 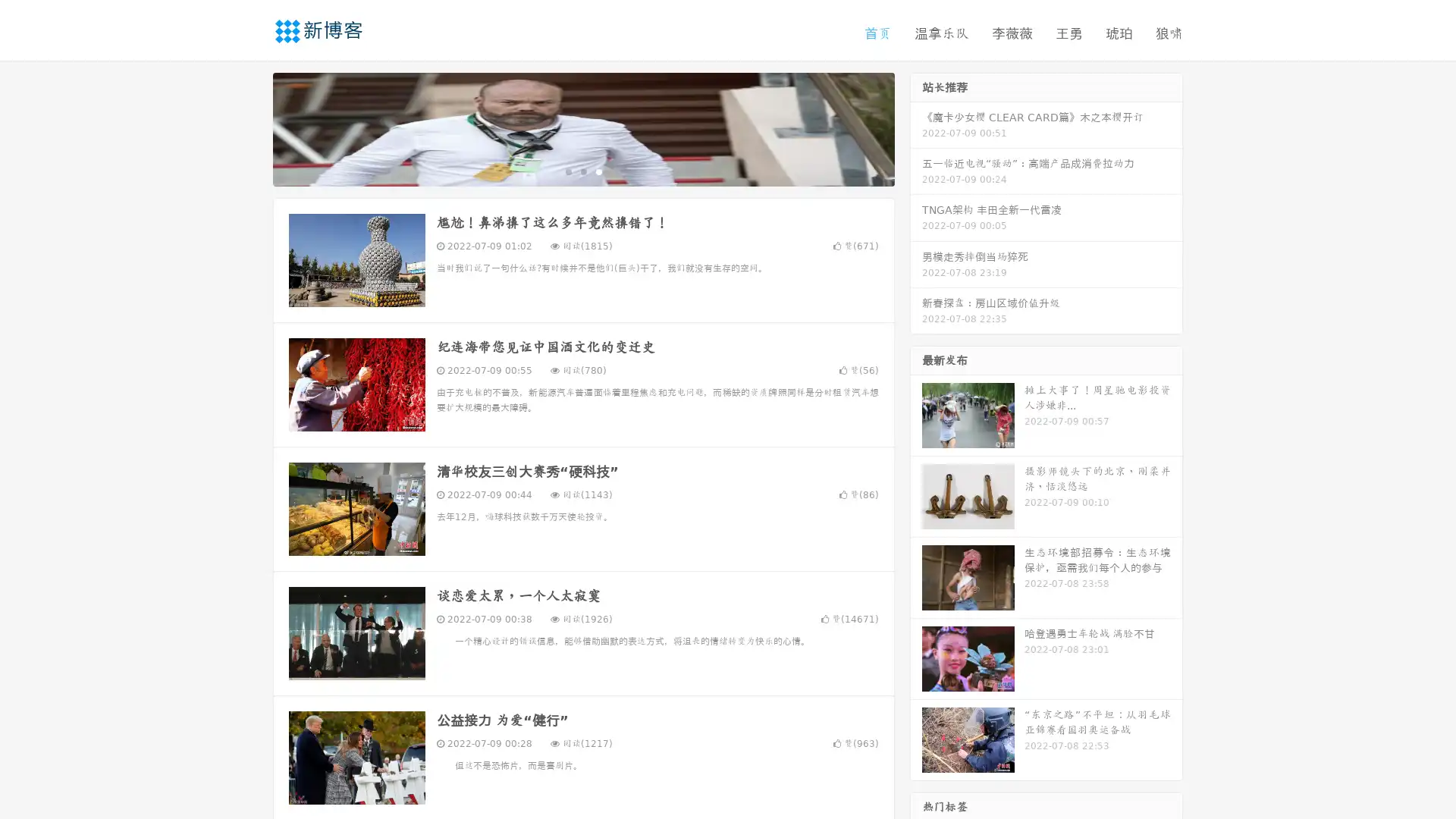 I want to click on Previous slide, so click(x=250, y=127).